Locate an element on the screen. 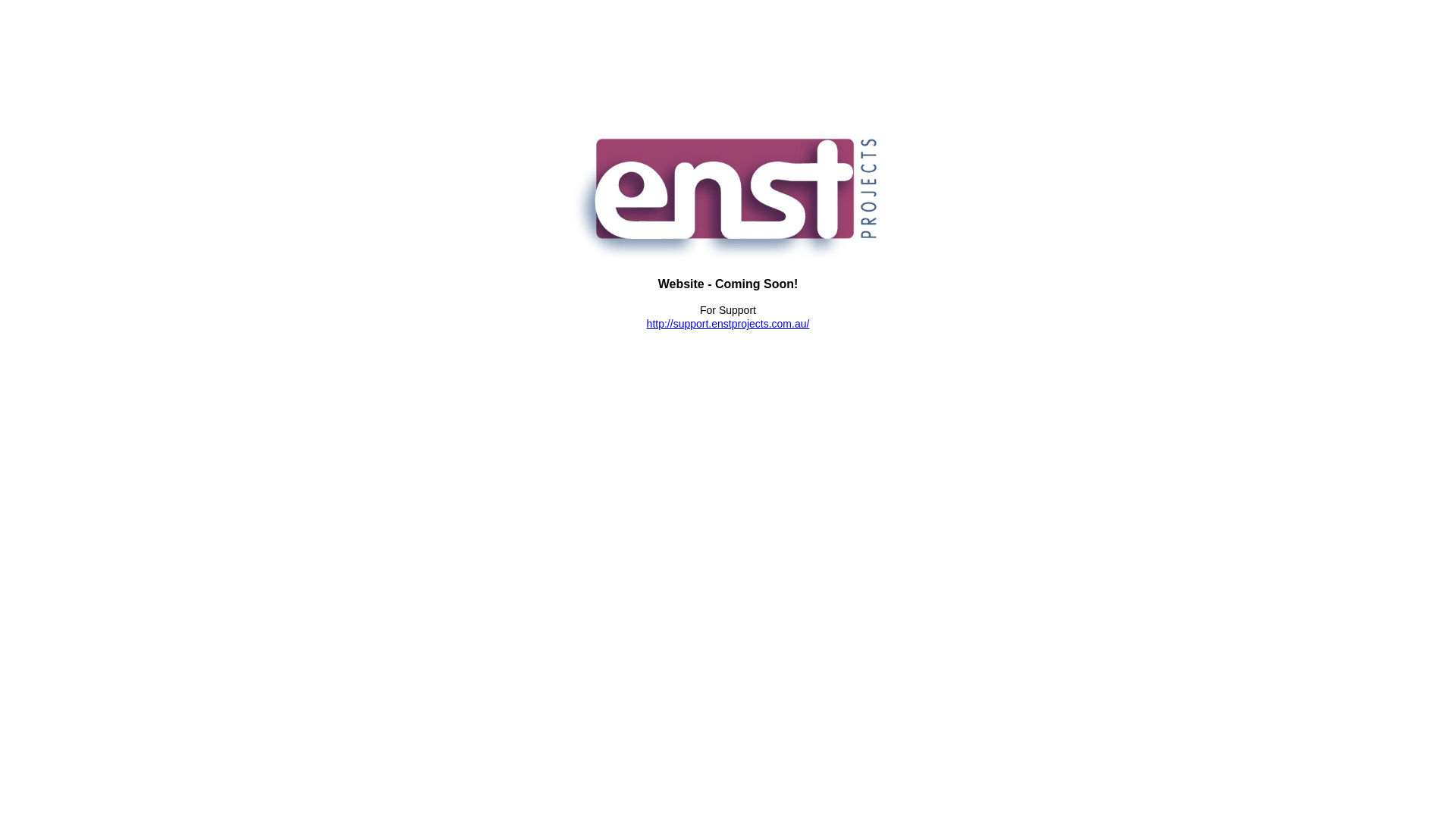 This screenshot has height=819, width=1456. 'http://support.enstprojects.com.au/' is located at coordinates (647, 323).